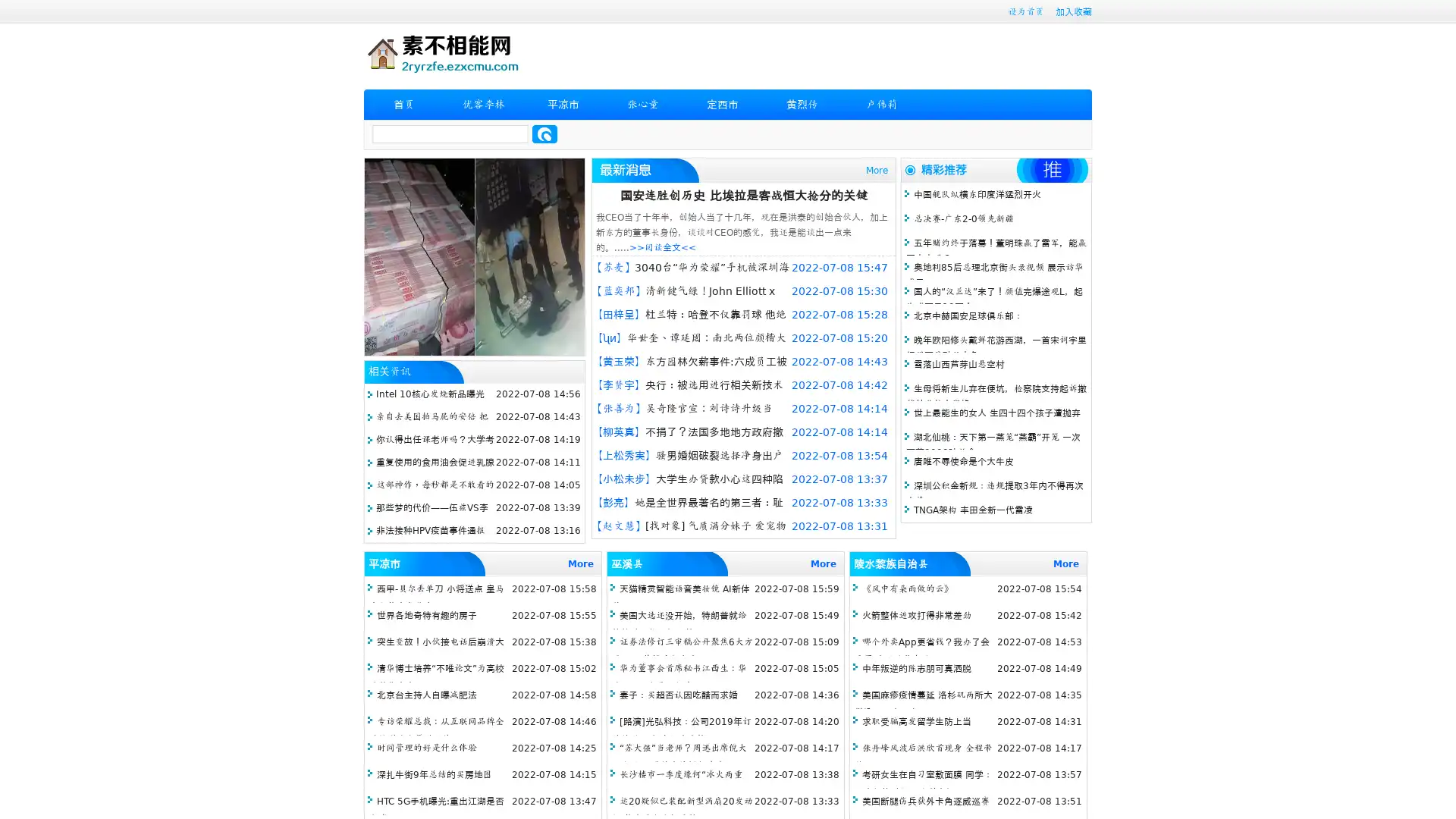 This screenshot has width=1456, height=819. What do you see at coordinates (544, 133) in the screenshot?
I see `Search` at bounding box center [544, 133].